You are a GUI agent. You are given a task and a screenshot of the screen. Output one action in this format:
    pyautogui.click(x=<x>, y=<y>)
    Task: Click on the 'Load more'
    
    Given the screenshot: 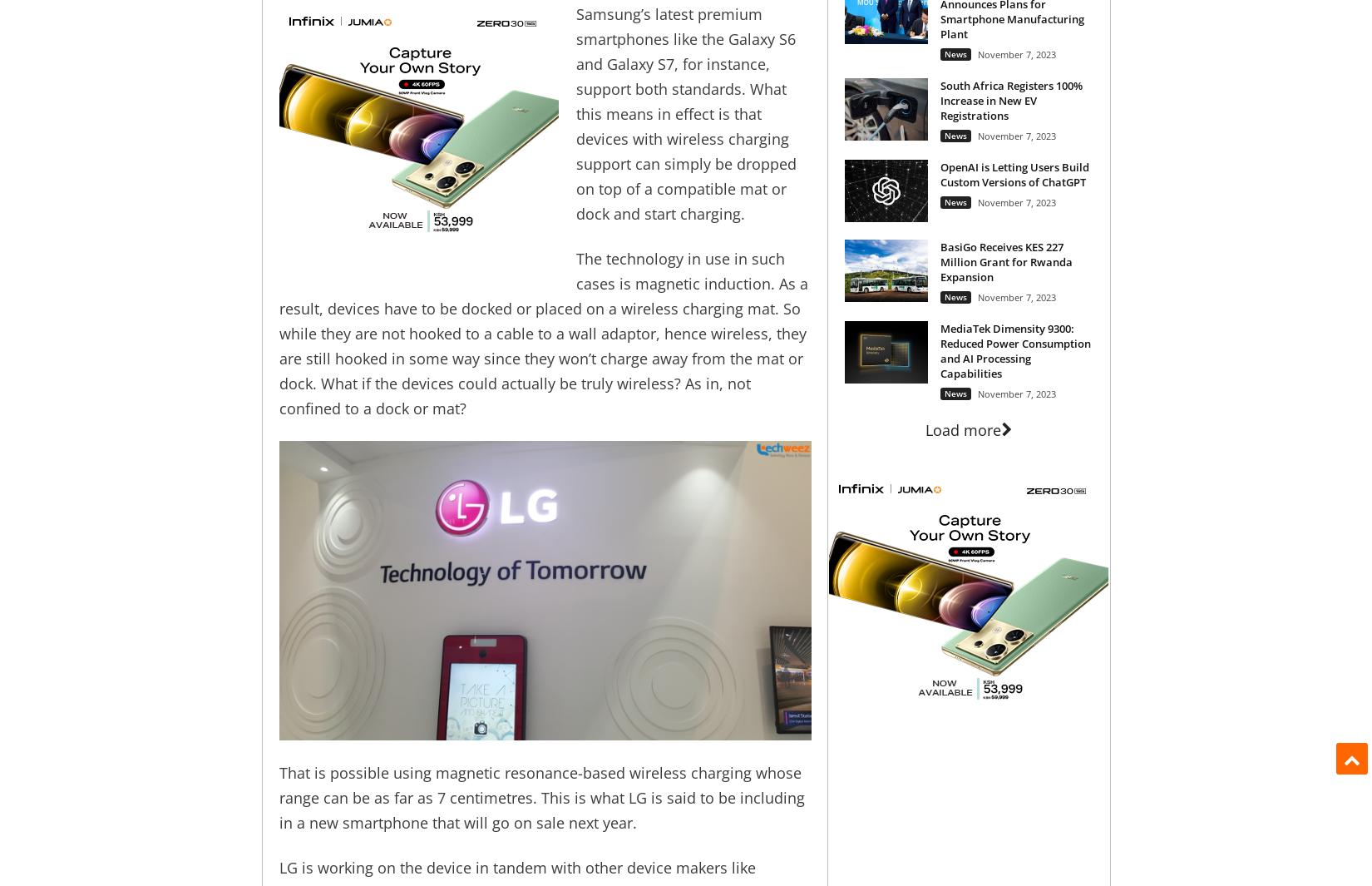 What is the action you would take?
    pyautogui.click(x=925, y=428)
    